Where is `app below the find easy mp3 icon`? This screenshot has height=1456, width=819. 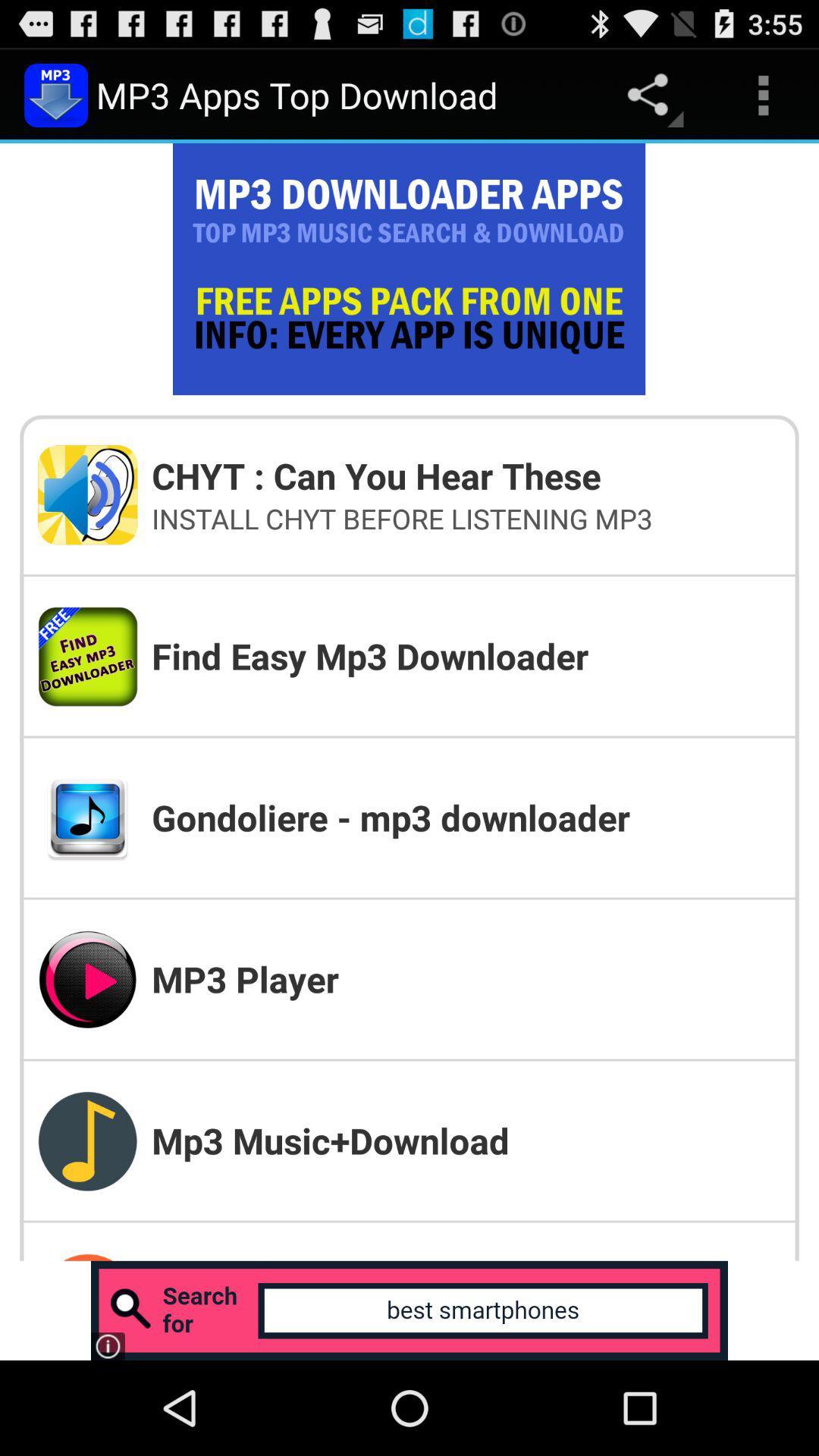
app below the find easy mp3 icon is located at coordinates (465, 817).